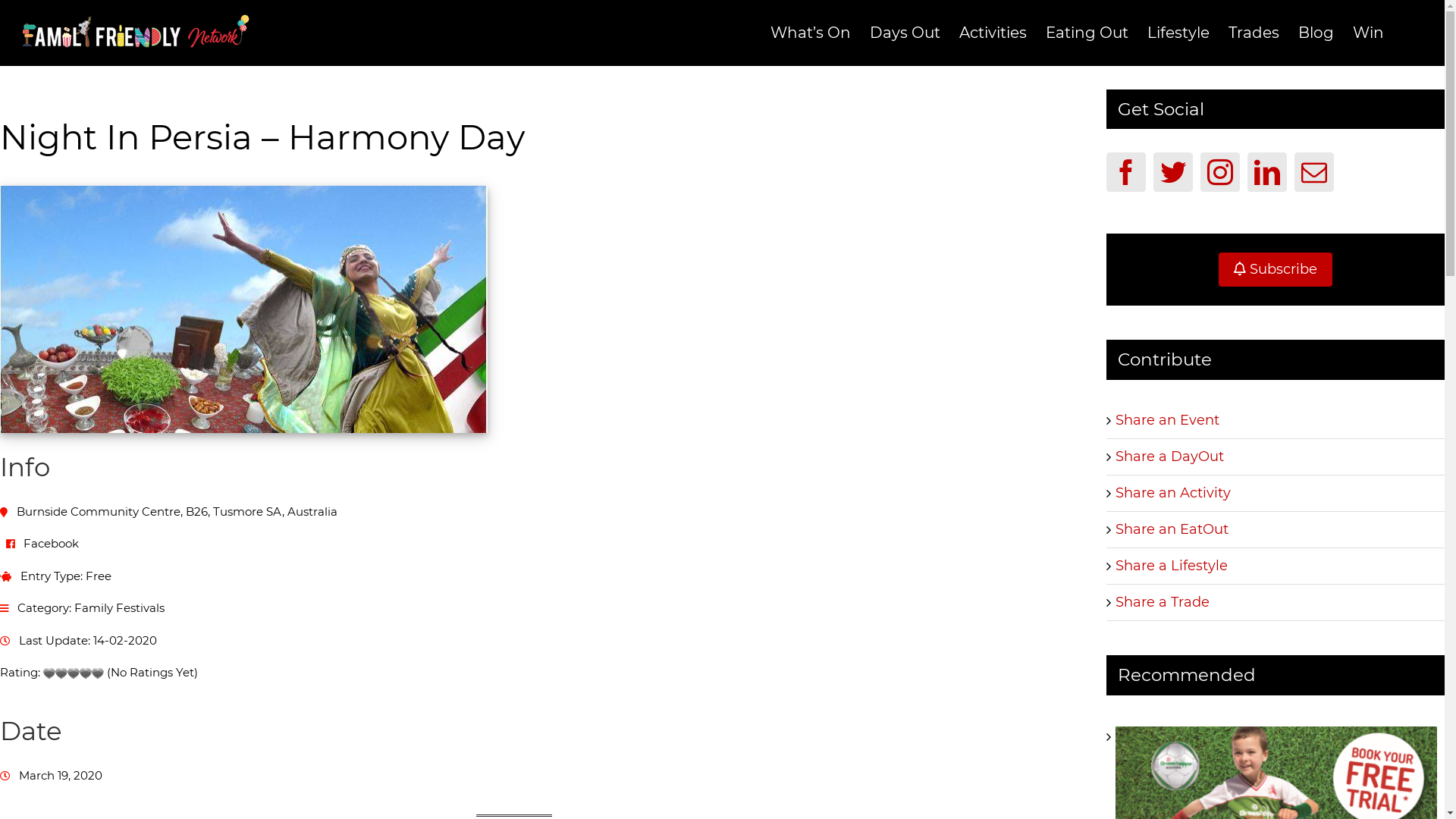 The width and height of the screenshot is (1456, 819). I want to click on 'Share a Lifestyle', so click(1171, 565).